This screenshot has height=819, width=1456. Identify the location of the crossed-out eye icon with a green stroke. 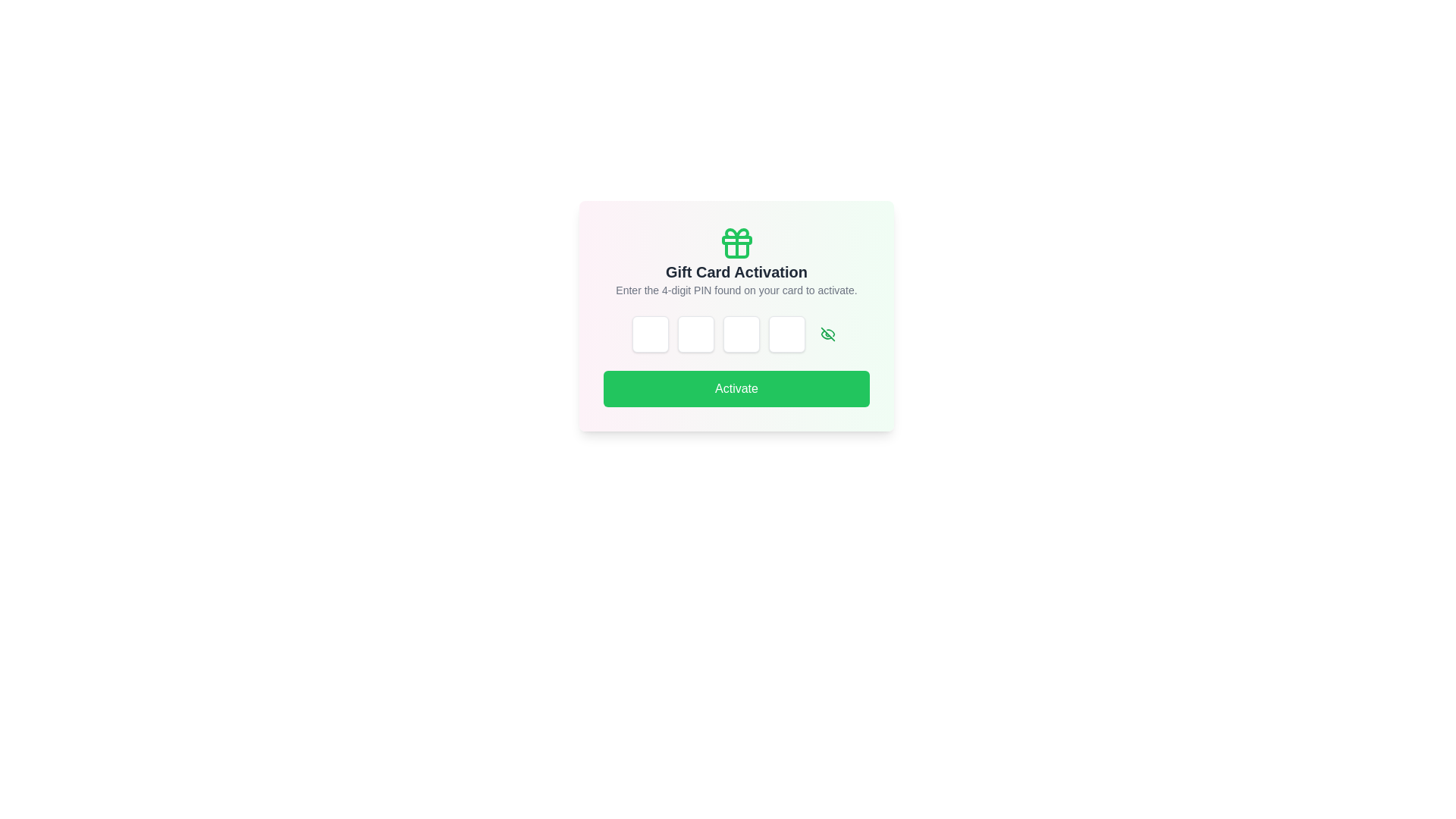
(827, 333).